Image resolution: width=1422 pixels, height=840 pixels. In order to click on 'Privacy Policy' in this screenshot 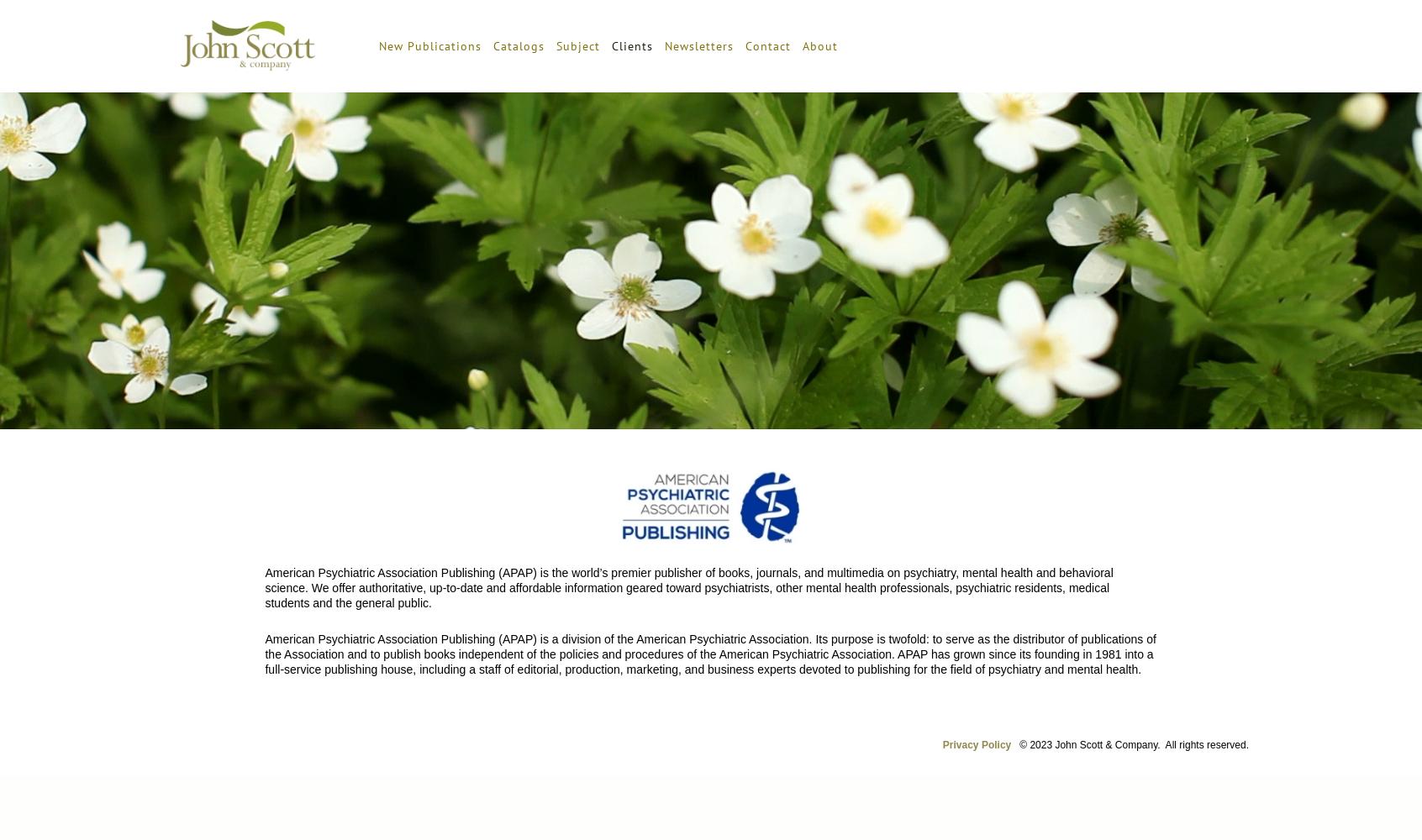, I will do `click(976, 745)`.